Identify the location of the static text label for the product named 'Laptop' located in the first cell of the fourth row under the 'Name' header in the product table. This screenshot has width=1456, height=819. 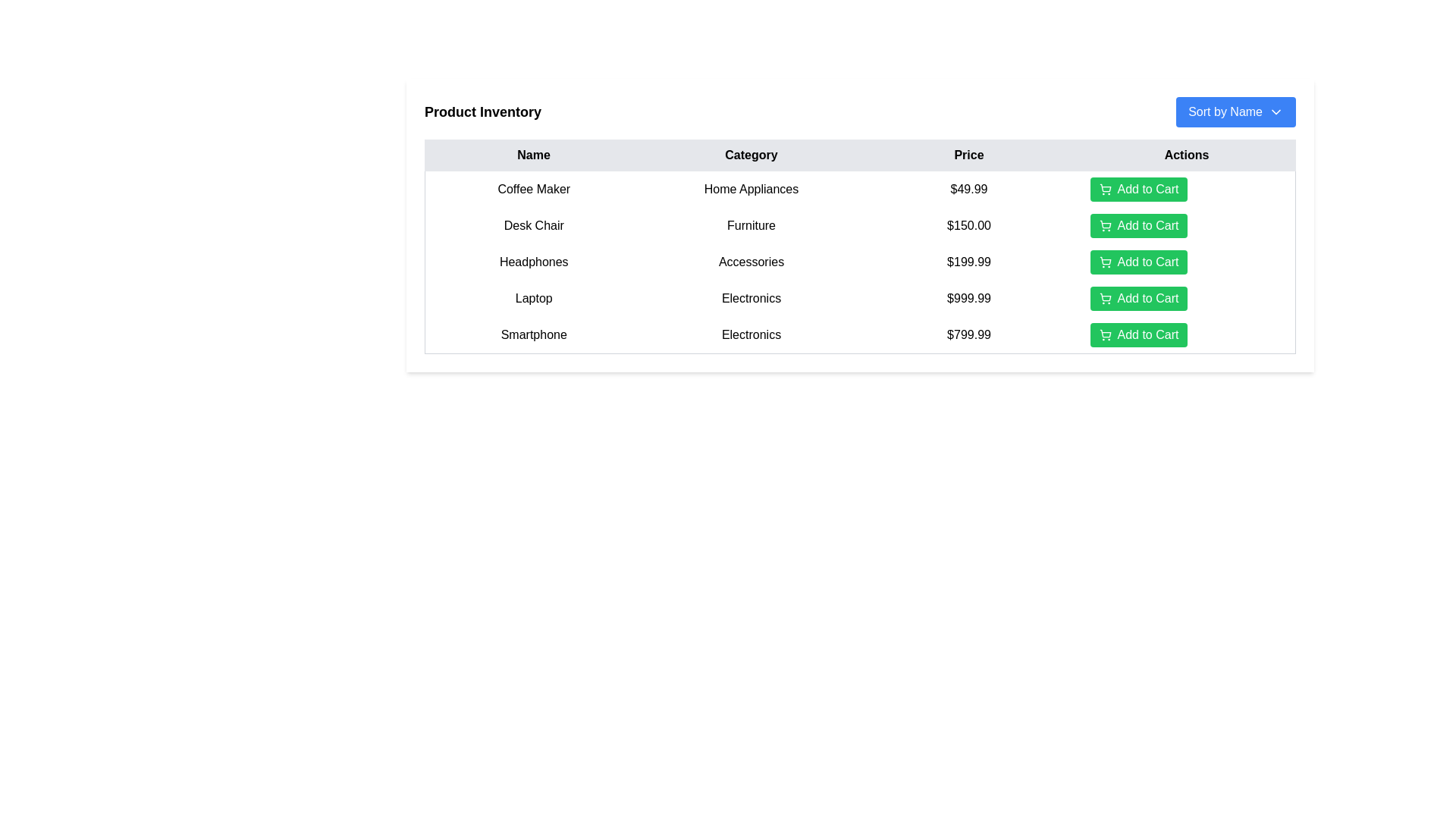
(534, 298).